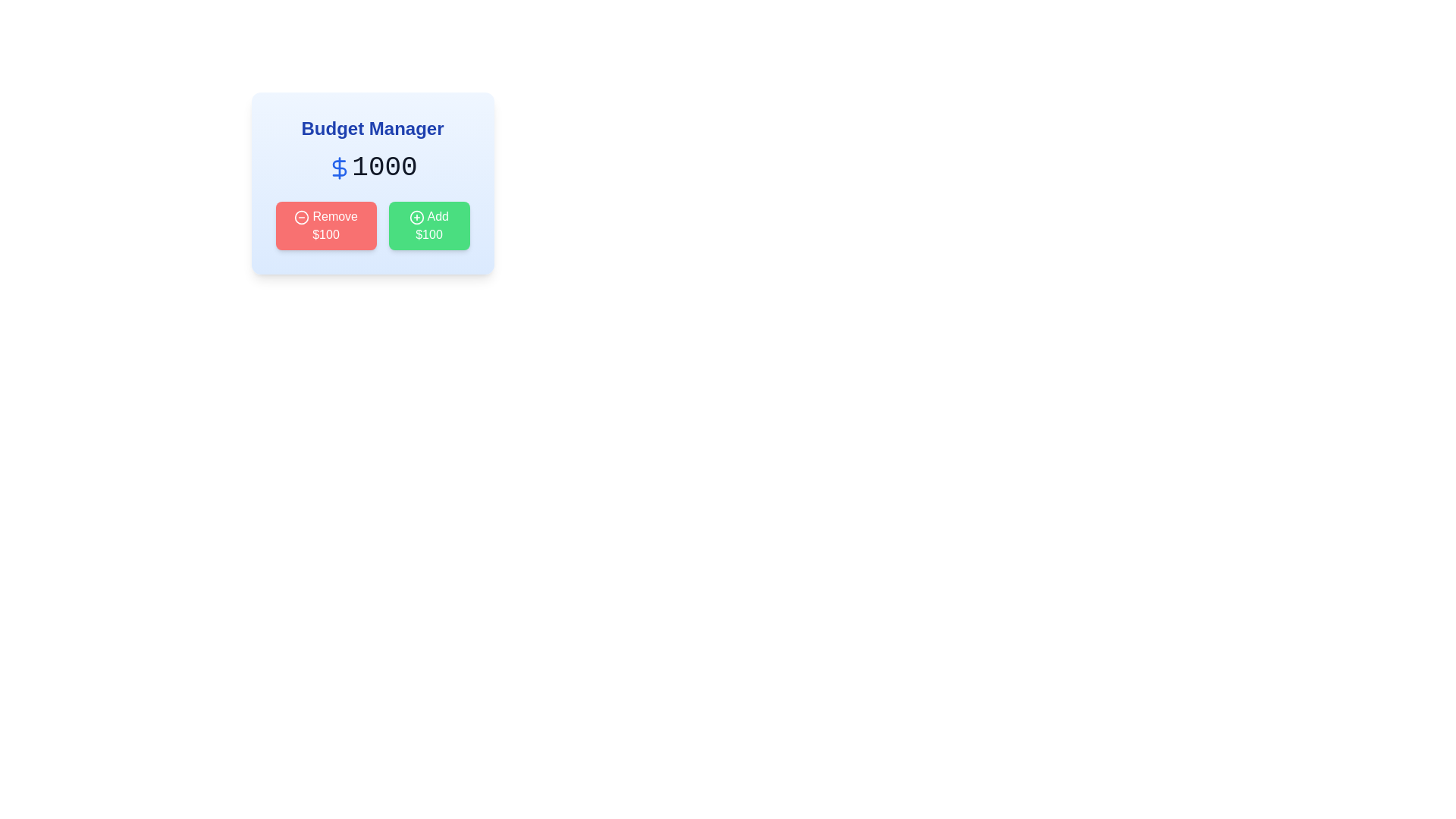 This screenshot has width=1456, height=819. Describe the element at coordinates (416, 217) in the screenshot. I see `the circular icon with a plus sign inside it, which is located in the center-left of the 'Add $100' button with a green background` at that location.